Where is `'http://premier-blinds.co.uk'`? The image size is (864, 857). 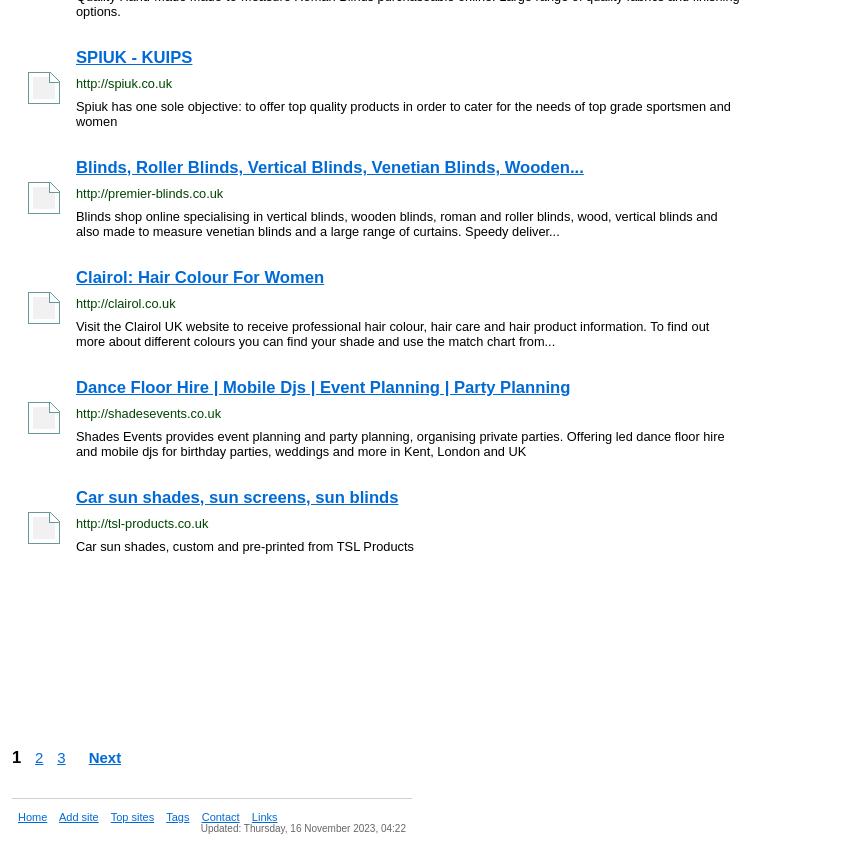 'http://premier-blinds.co.uk' is located at coordinates (148, 193).